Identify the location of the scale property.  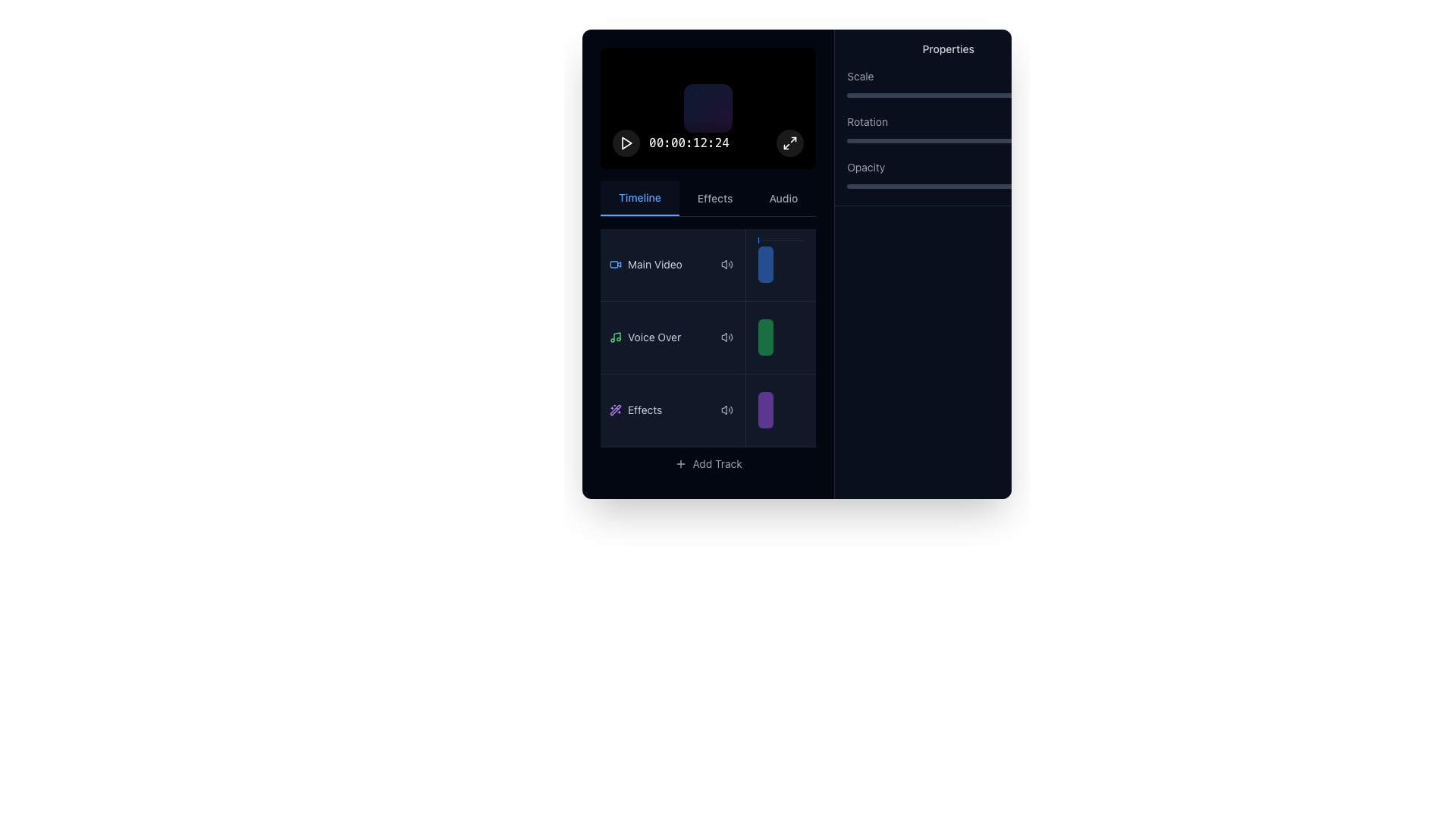
(883, 96).